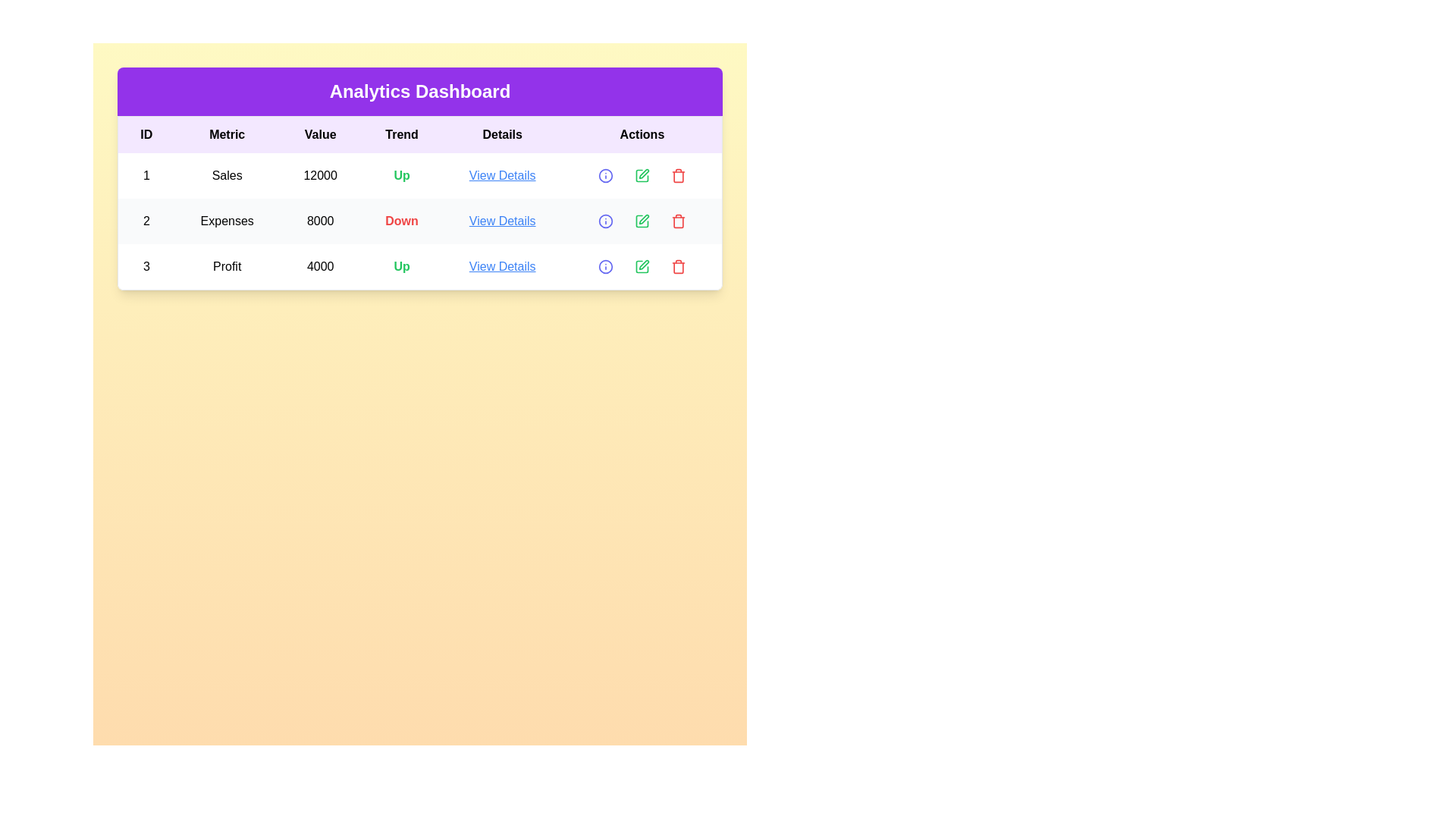  What do you see at coordinates (604, 265) in the screenshot?
I see `the circular icon-based button with a blue outline located in the 'Actions' column of the third row in the table for the 'Profit' metric` at bounding box center [604, 265].